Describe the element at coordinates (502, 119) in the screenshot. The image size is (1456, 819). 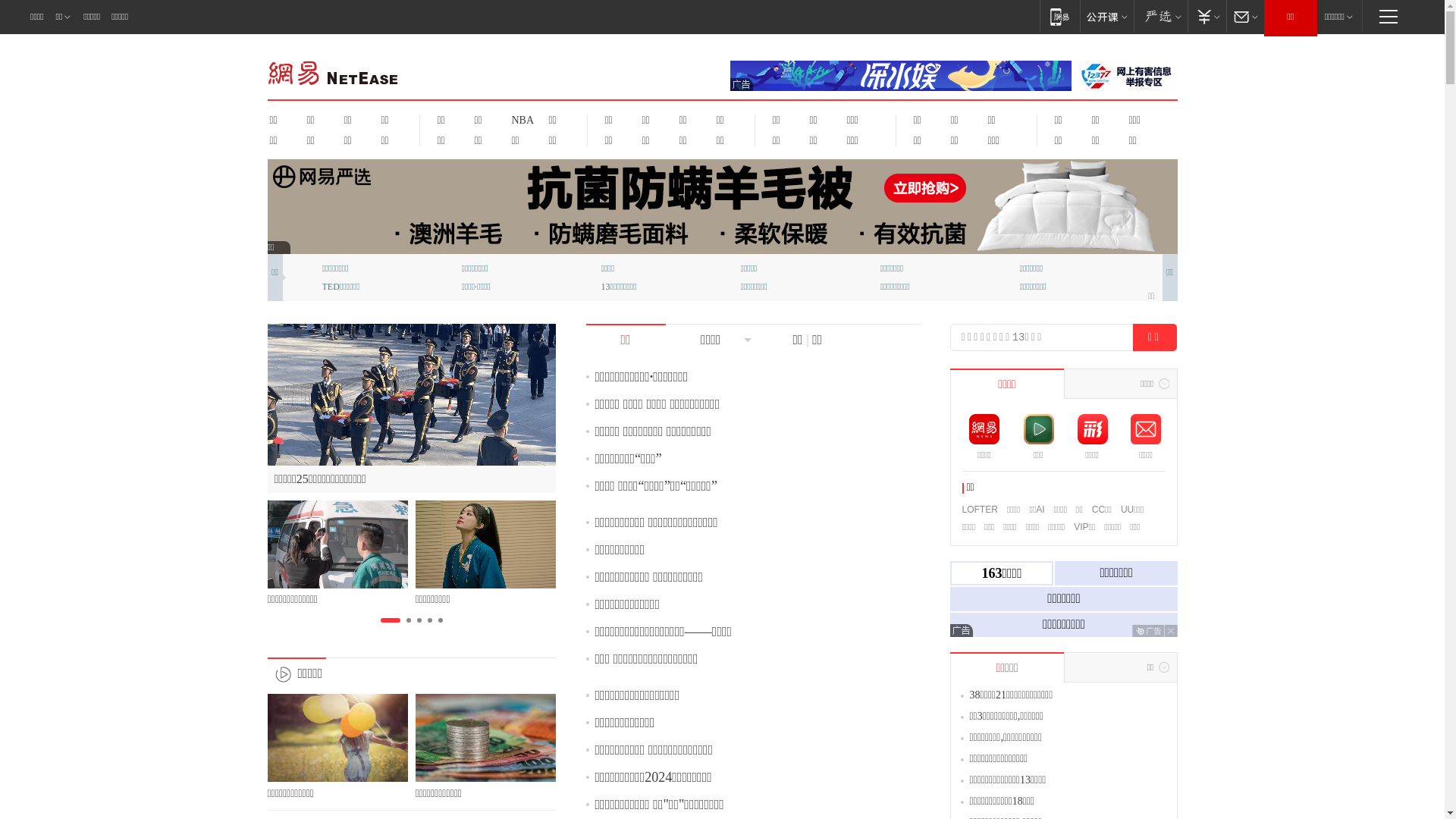
I see `'NBA'` at that location.